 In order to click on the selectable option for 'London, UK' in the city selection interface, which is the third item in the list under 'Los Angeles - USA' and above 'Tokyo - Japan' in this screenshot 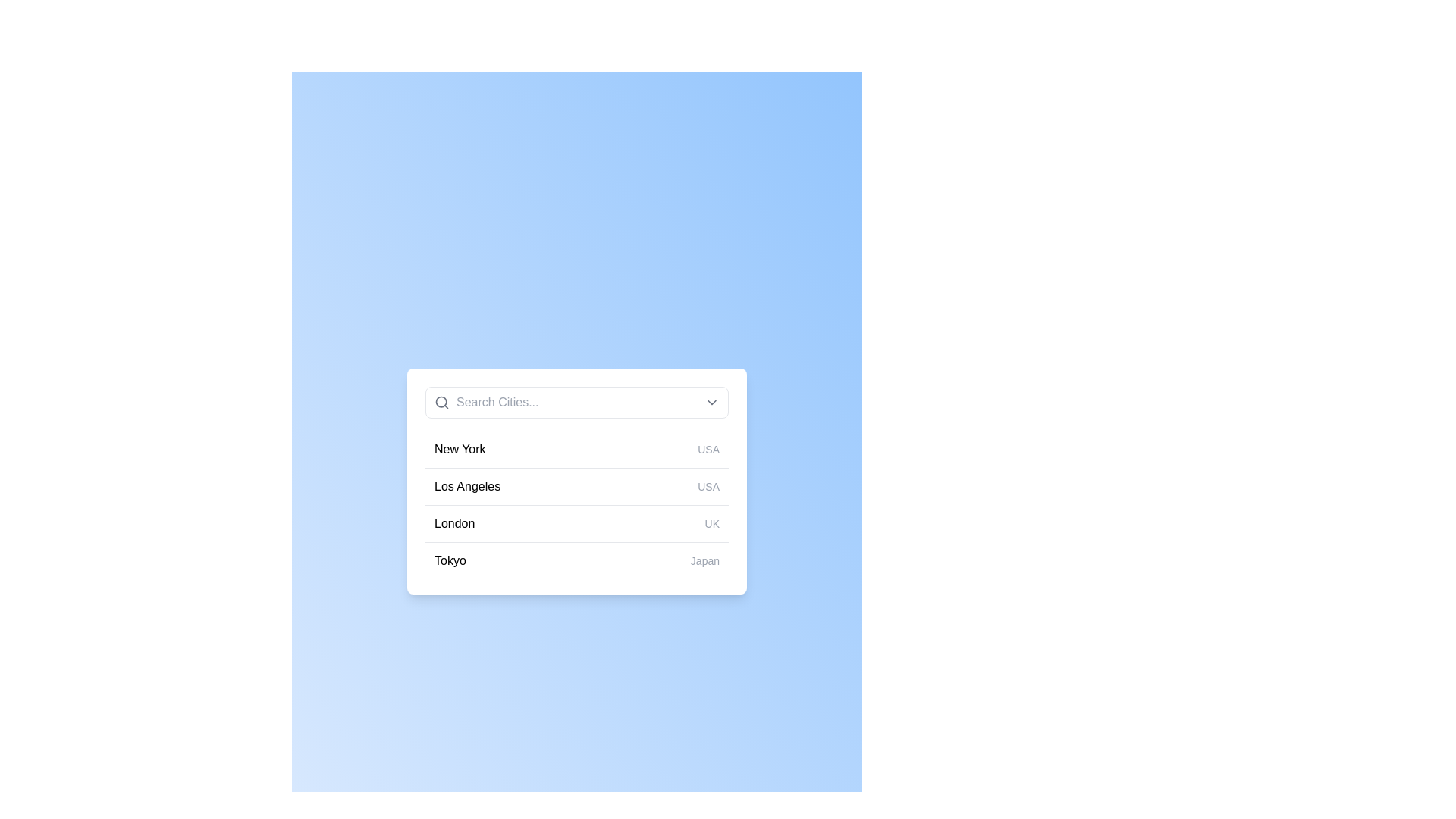, I will do `click(576, 522)`.